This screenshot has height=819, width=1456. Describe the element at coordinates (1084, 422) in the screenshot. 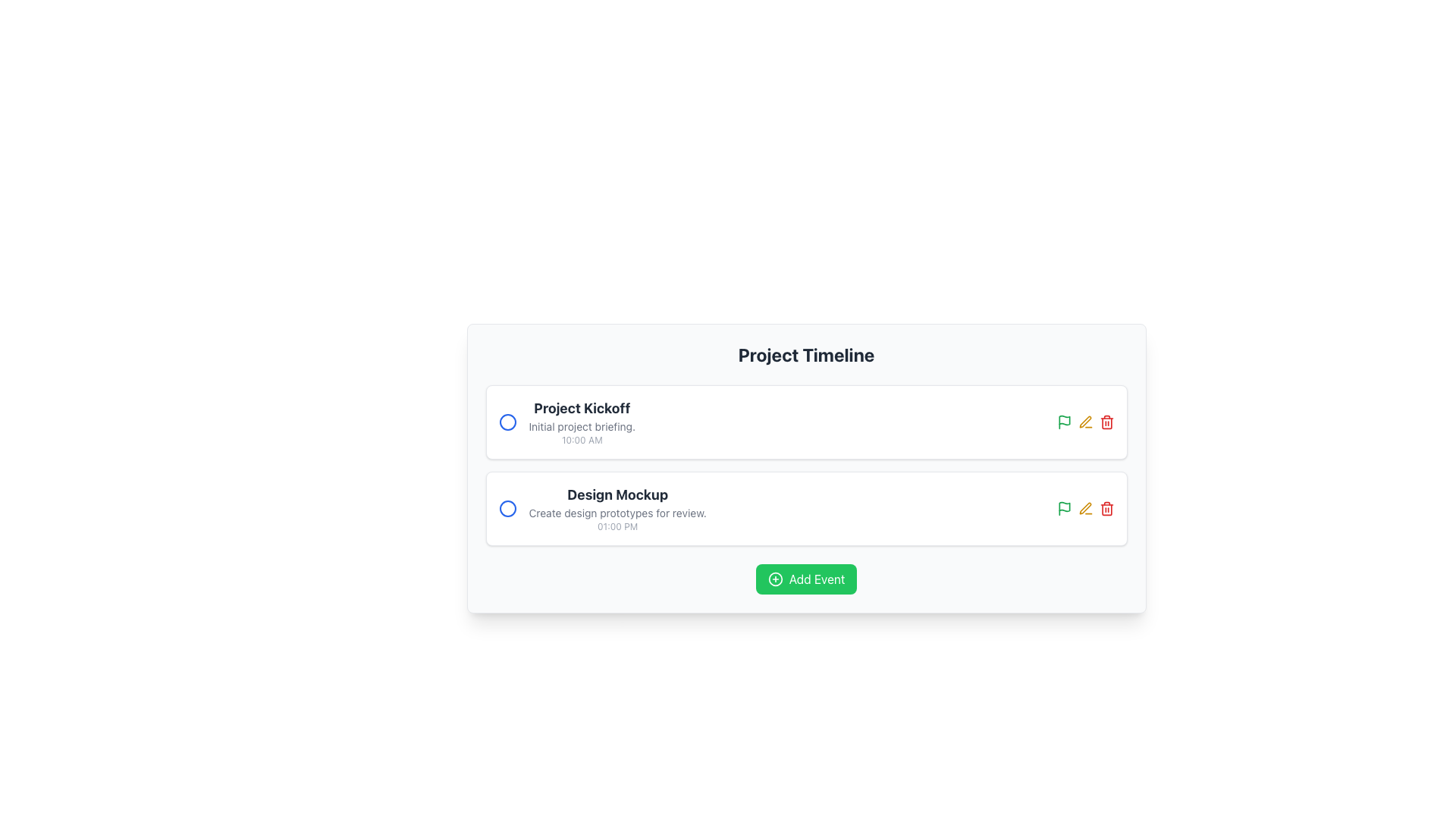

I see `the edit pencil/pen icon associated with the second task in the list` at that location.